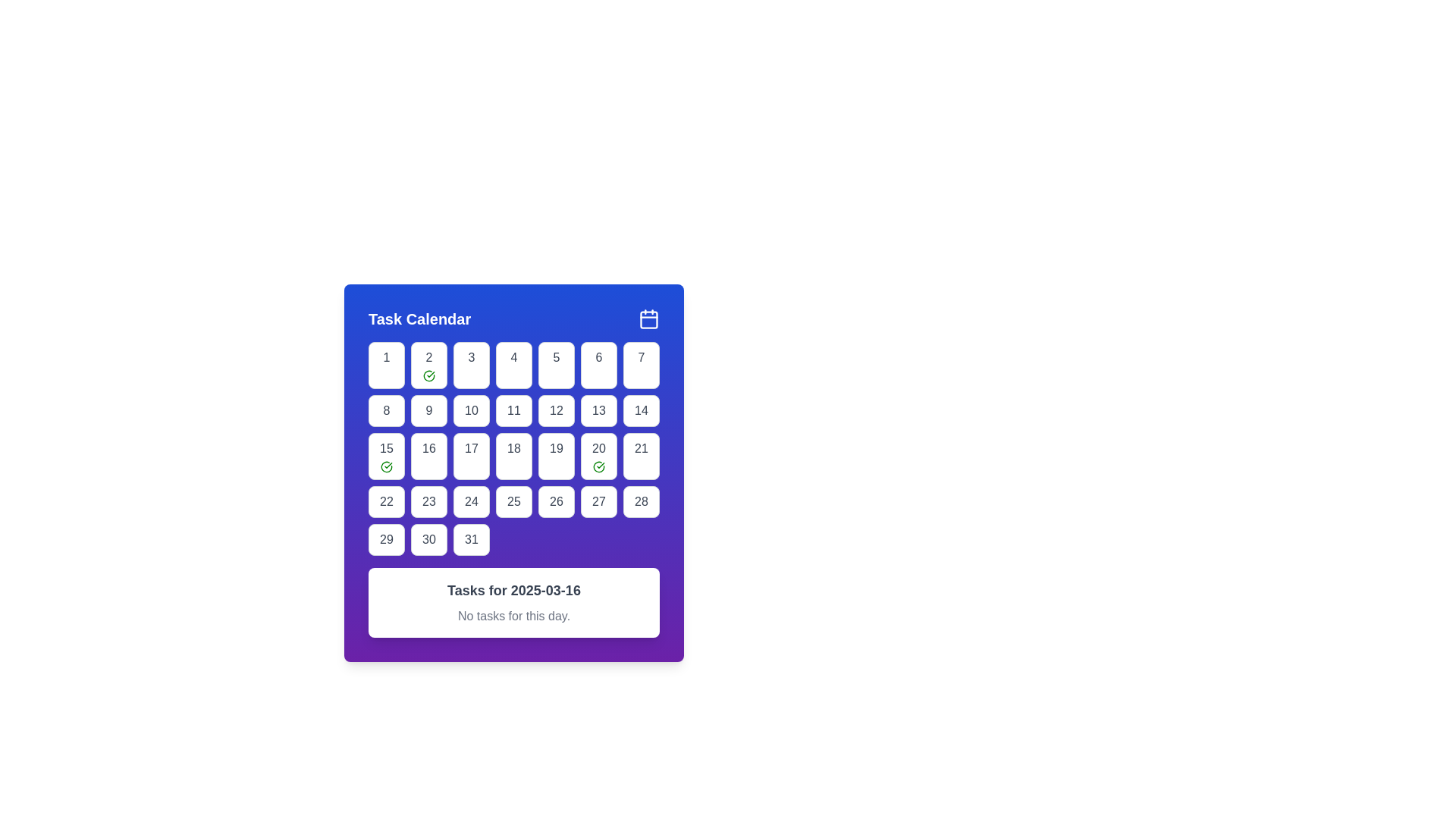 This screenshot has height=819, width=1456. What do you see at coordinates (513, 366) in the screenshot?
I see `the button representing the fourth day of the month in the calendar` at bounding box center [513, 366].